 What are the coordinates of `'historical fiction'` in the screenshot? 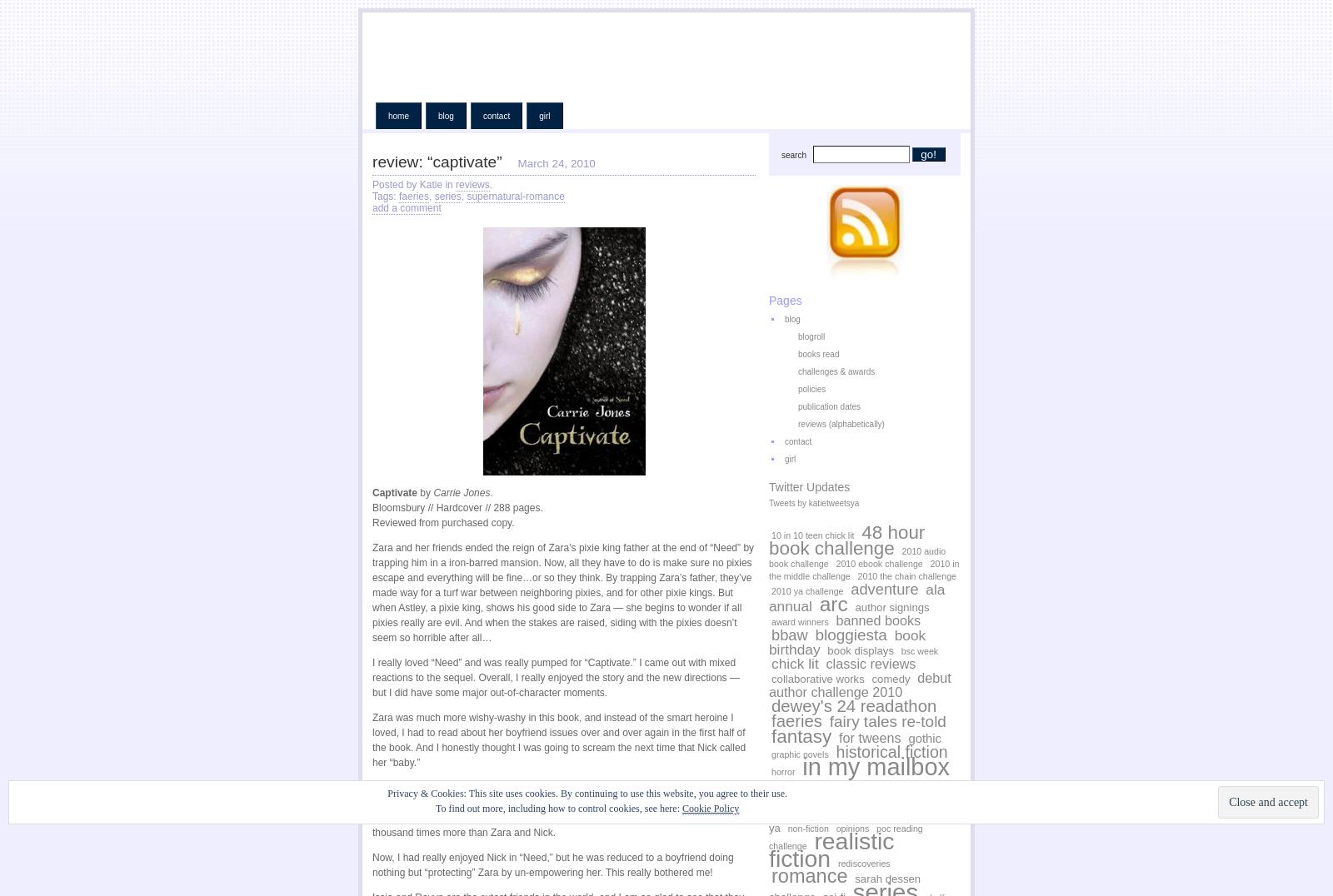 It's located at (891, 750).